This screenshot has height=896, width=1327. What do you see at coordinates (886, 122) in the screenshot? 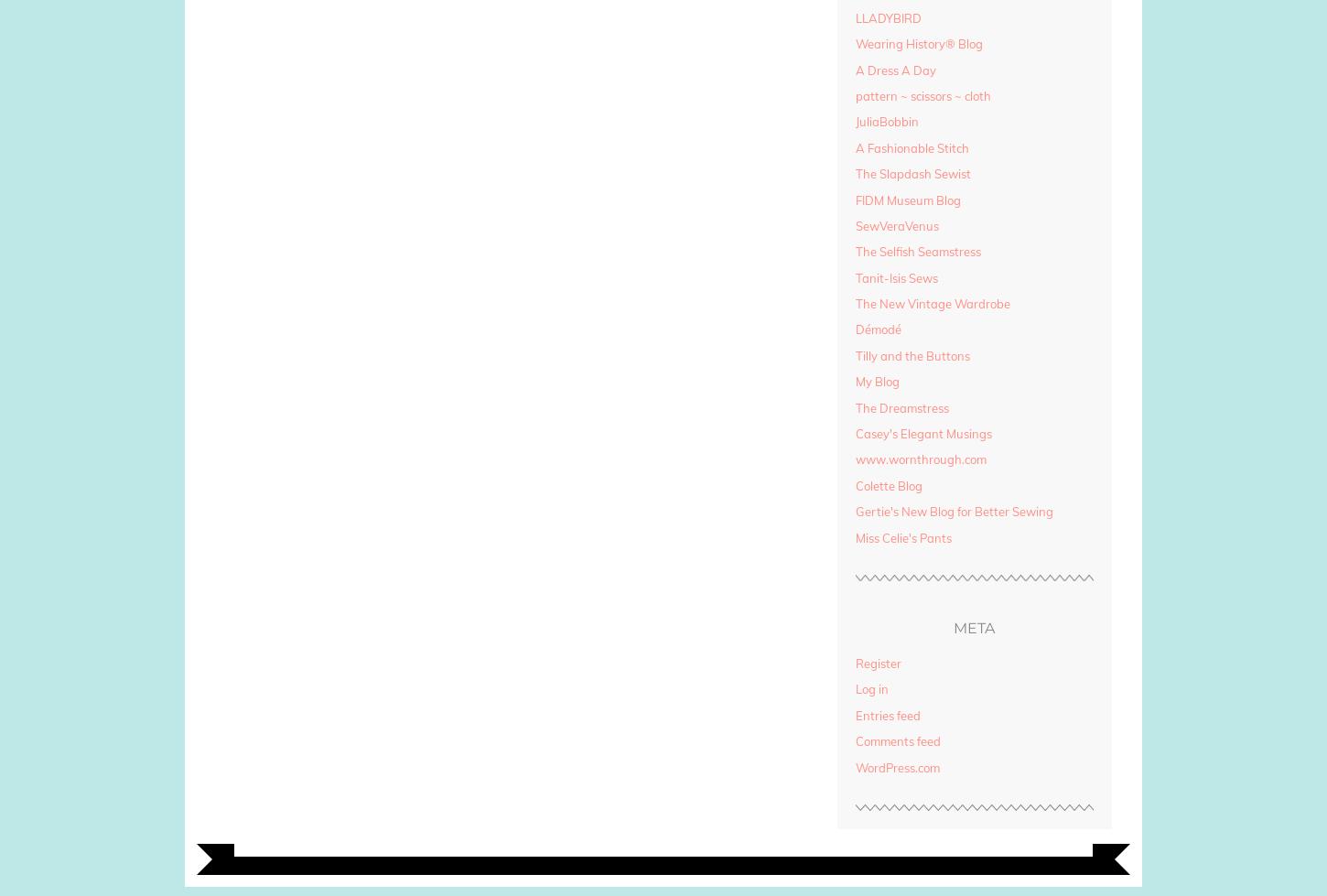
I see `'JuliaBobbin'` at bounding box center [886, 122].